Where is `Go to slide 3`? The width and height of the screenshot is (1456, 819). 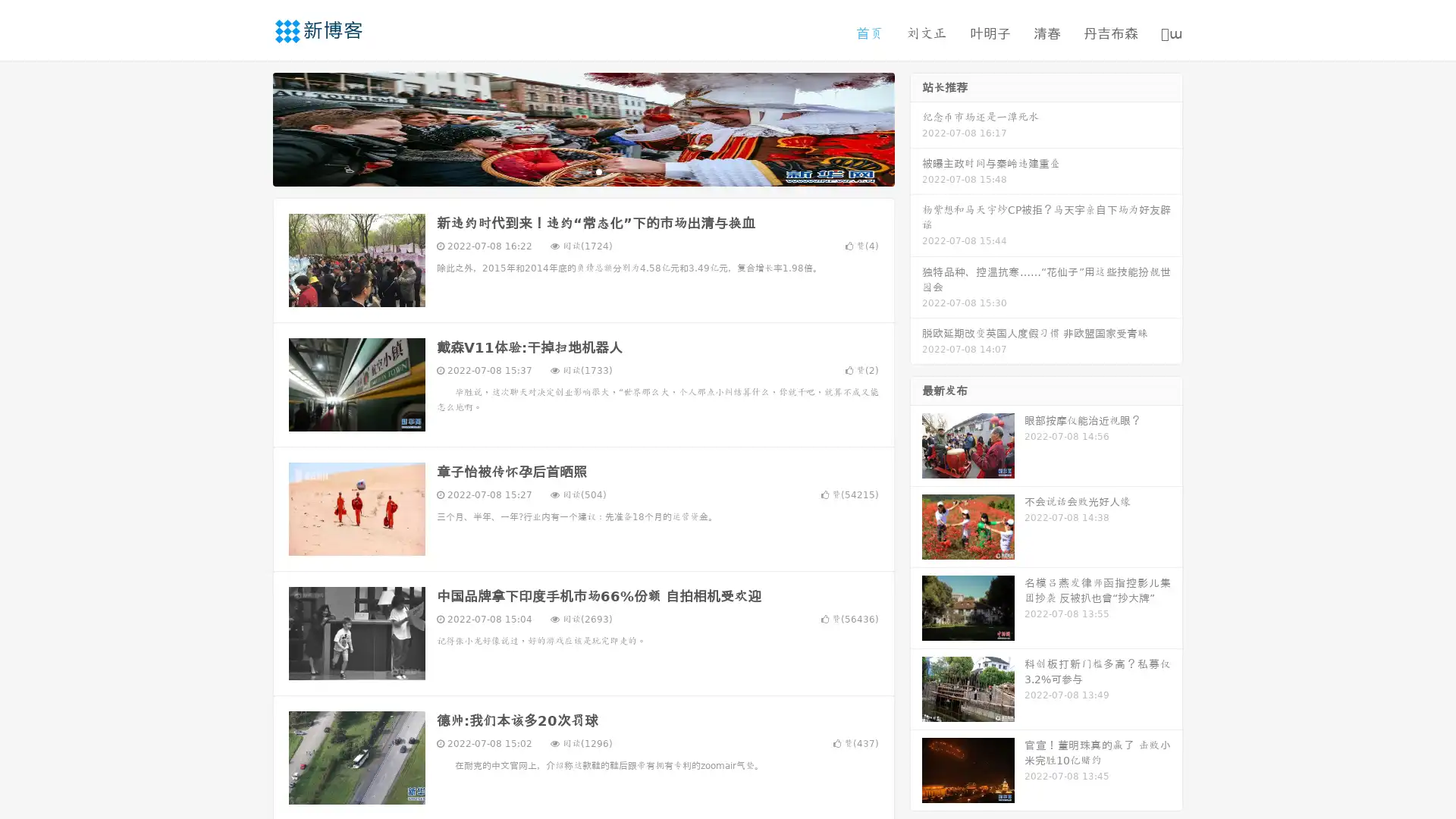 Go to slide 3 is located at coordinates (598, 171).